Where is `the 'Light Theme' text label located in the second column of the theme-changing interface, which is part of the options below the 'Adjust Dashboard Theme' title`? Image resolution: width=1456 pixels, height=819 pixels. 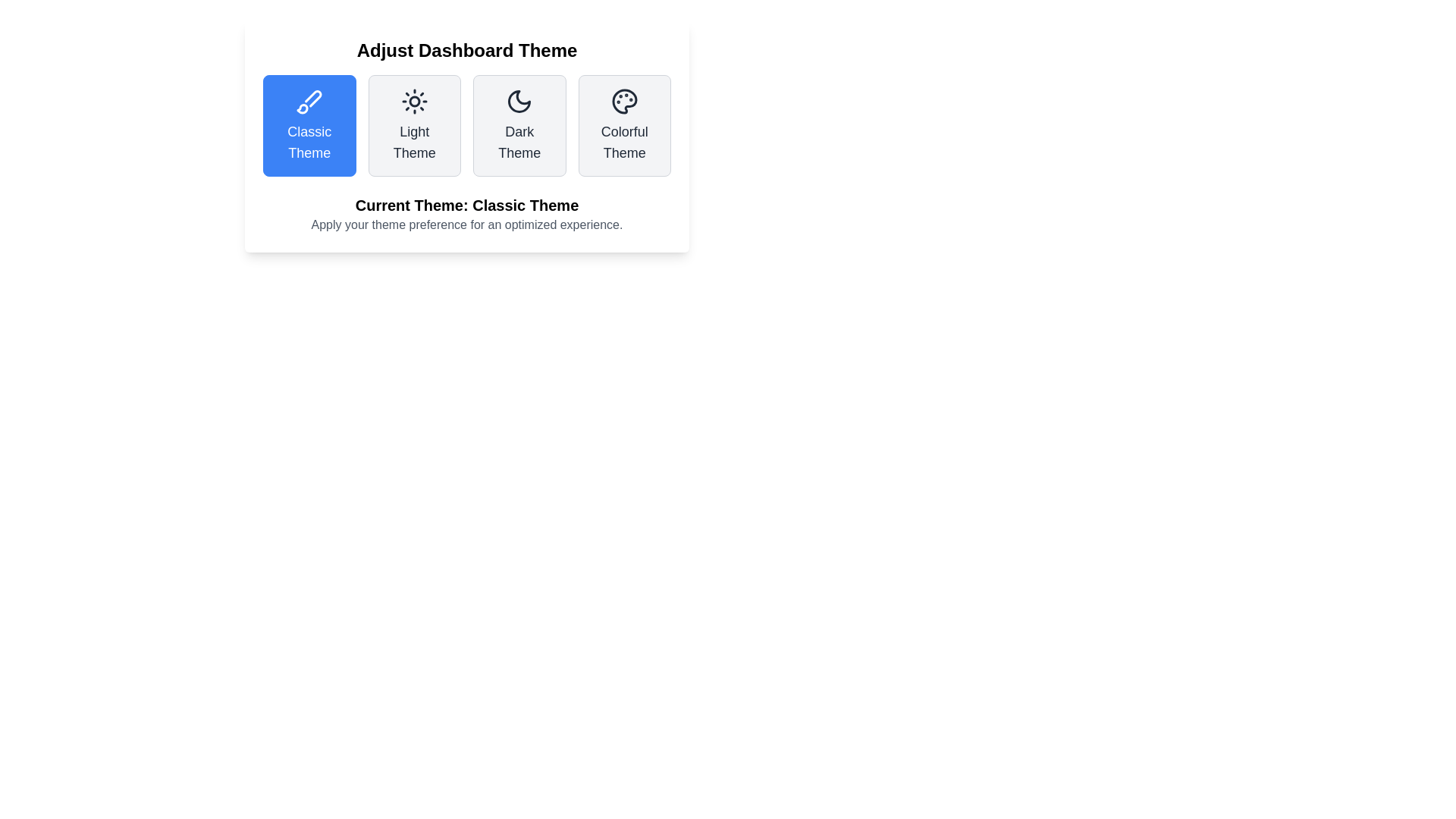 the 'Light Theme' text label located in the second column of the theme-changing interface, which is part of the options below the 'Adjust Dashboard Theme' title is located at coordinates (414, 143).